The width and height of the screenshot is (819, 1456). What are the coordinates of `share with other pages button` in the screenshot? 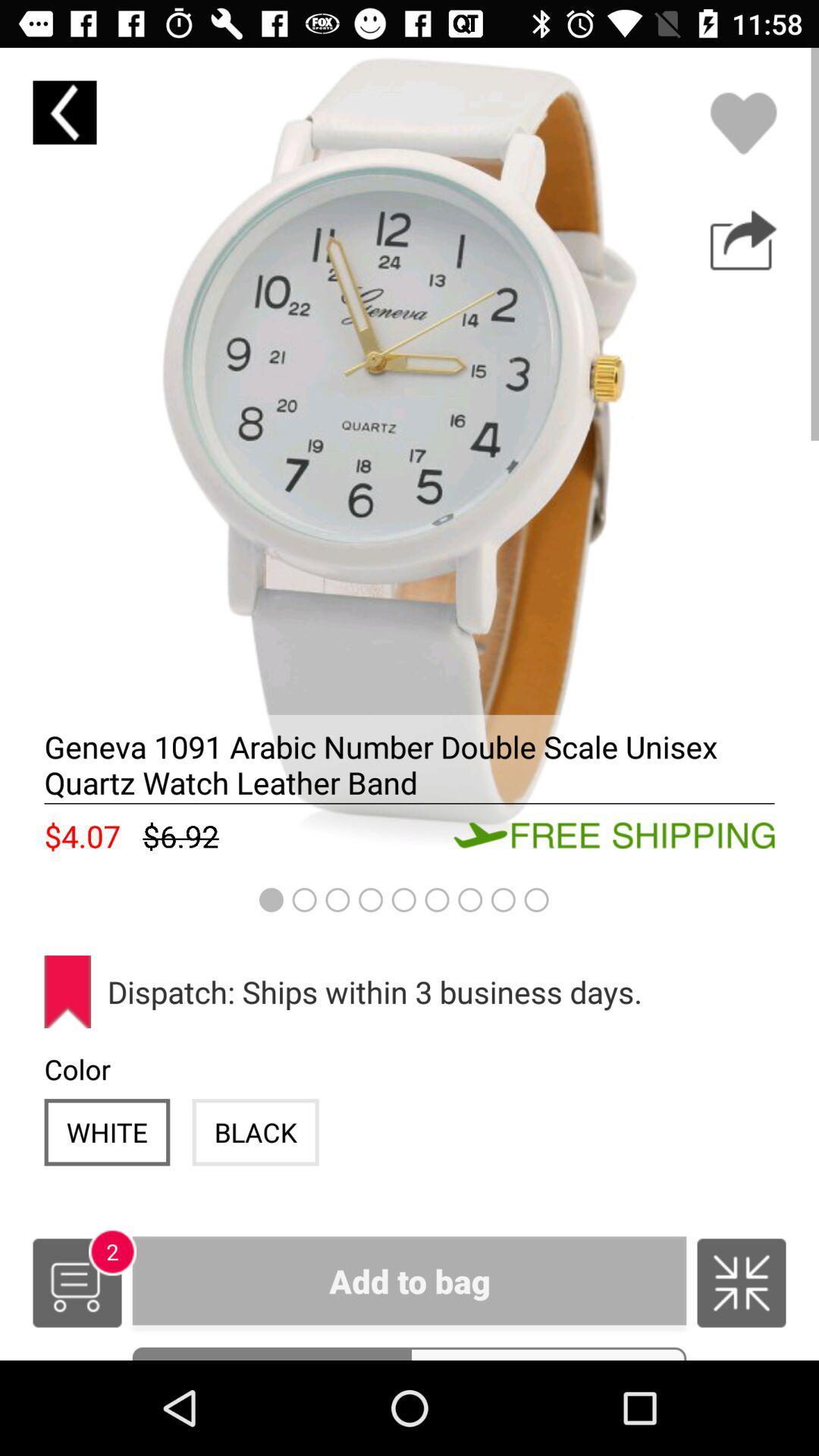 It's located at (742, 240).